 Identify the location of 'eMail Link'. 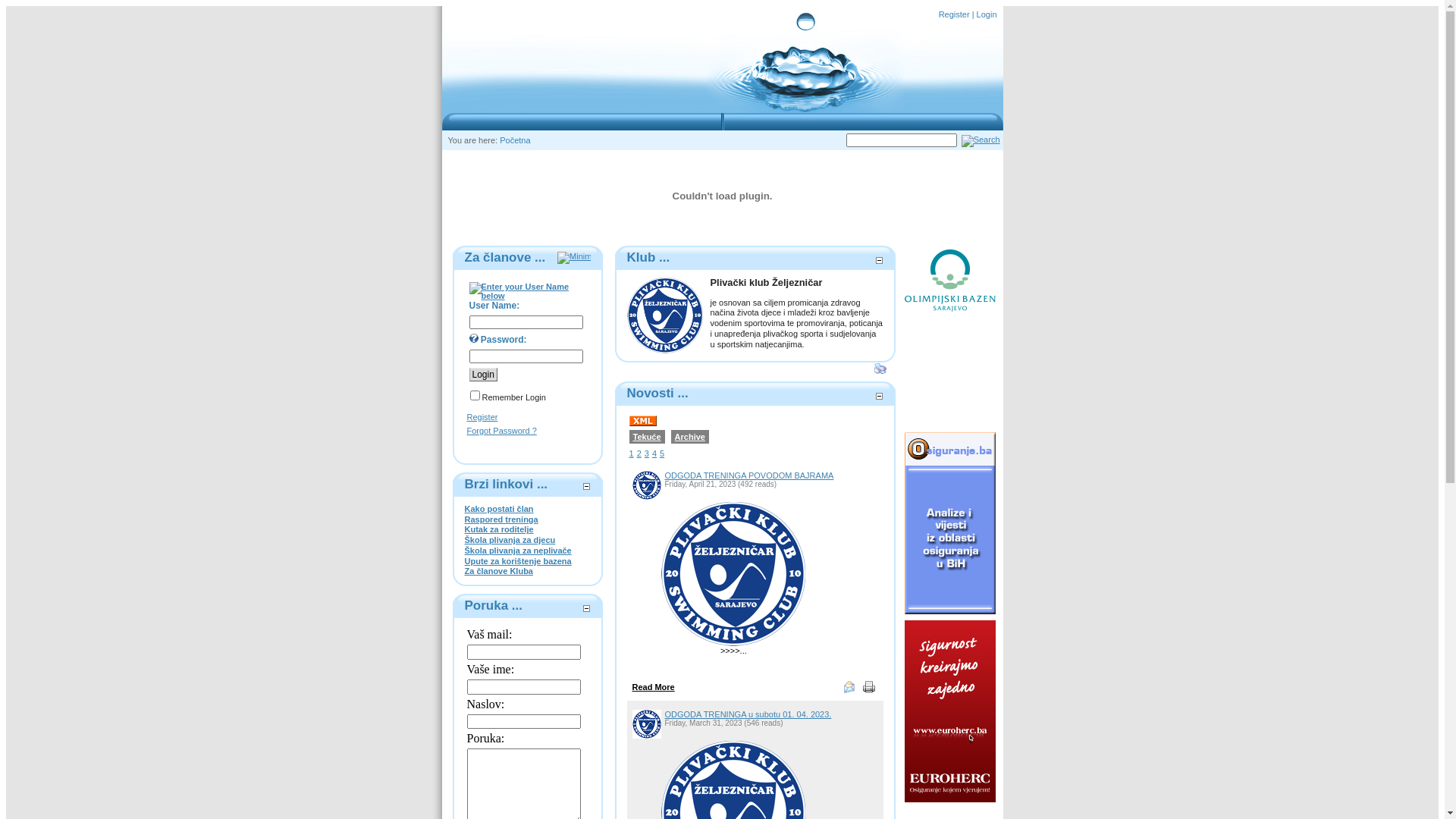
(848, 687).